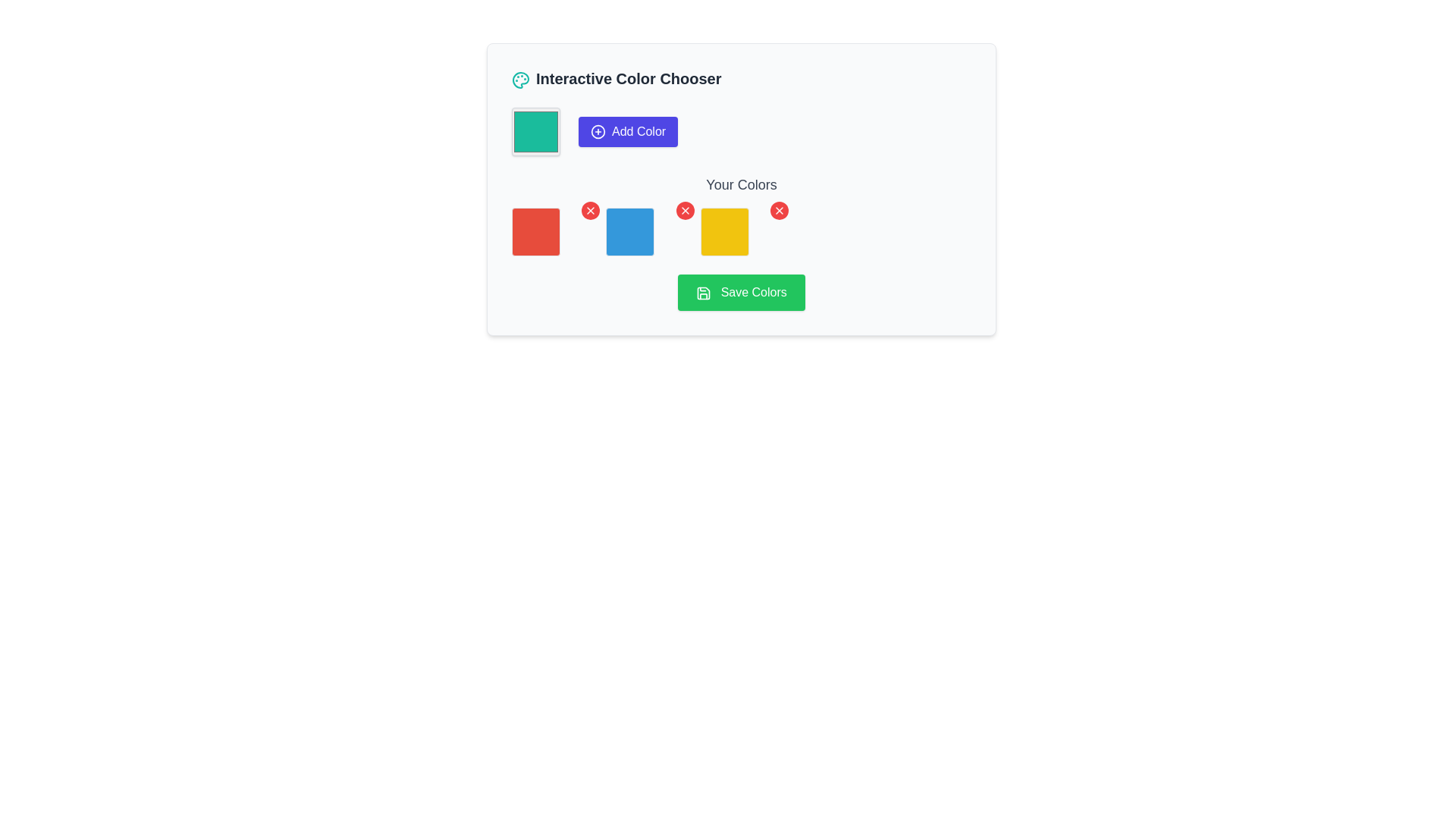 Image resolution: width=1456 pixels, height=819 pixels. I want to click on the third colored square in the 'Your Colors' section of the color chooser interface, which visually represents a color selection, so click(723, 231).